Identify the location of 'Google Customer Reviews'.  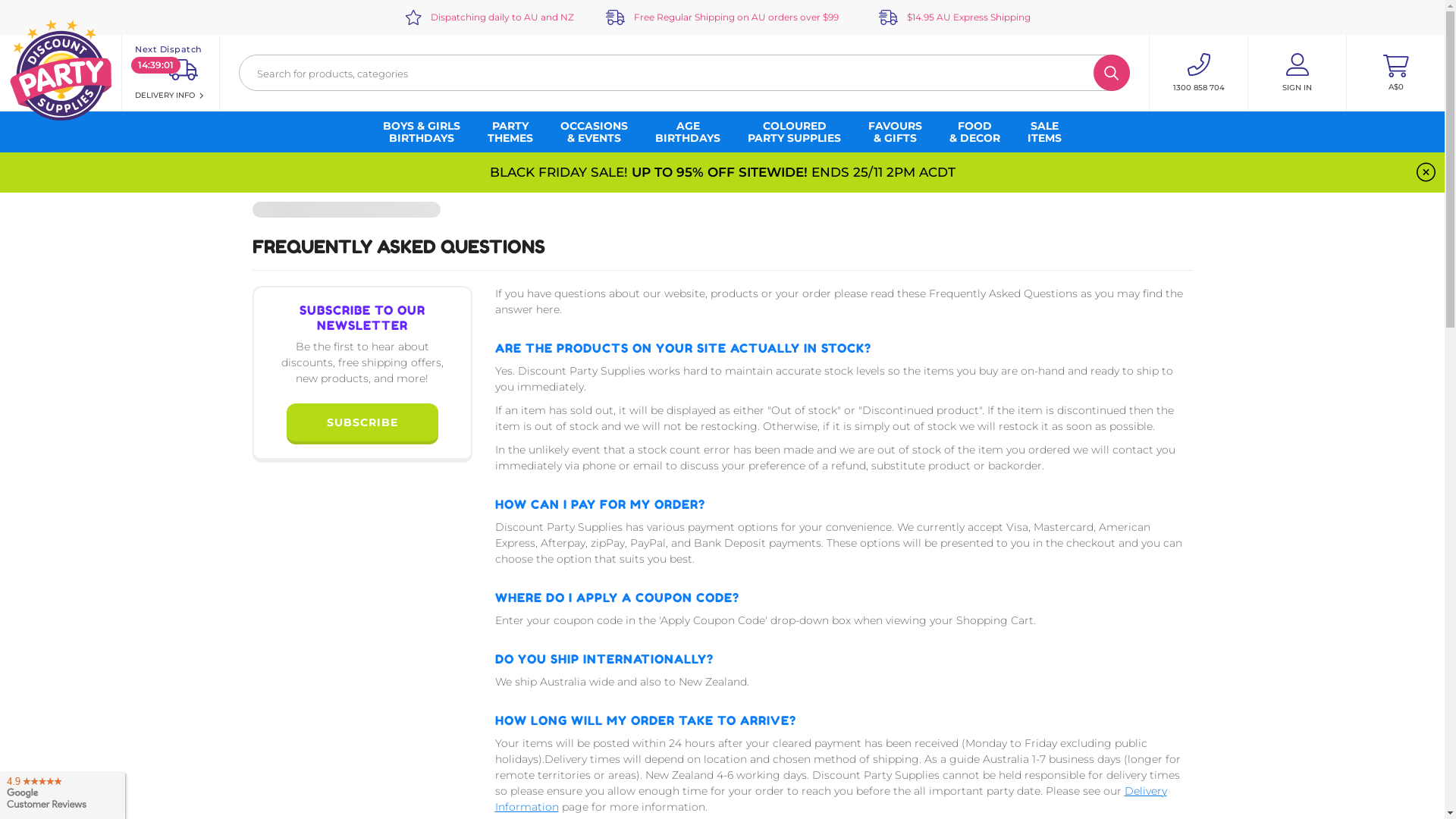
(61, 792).